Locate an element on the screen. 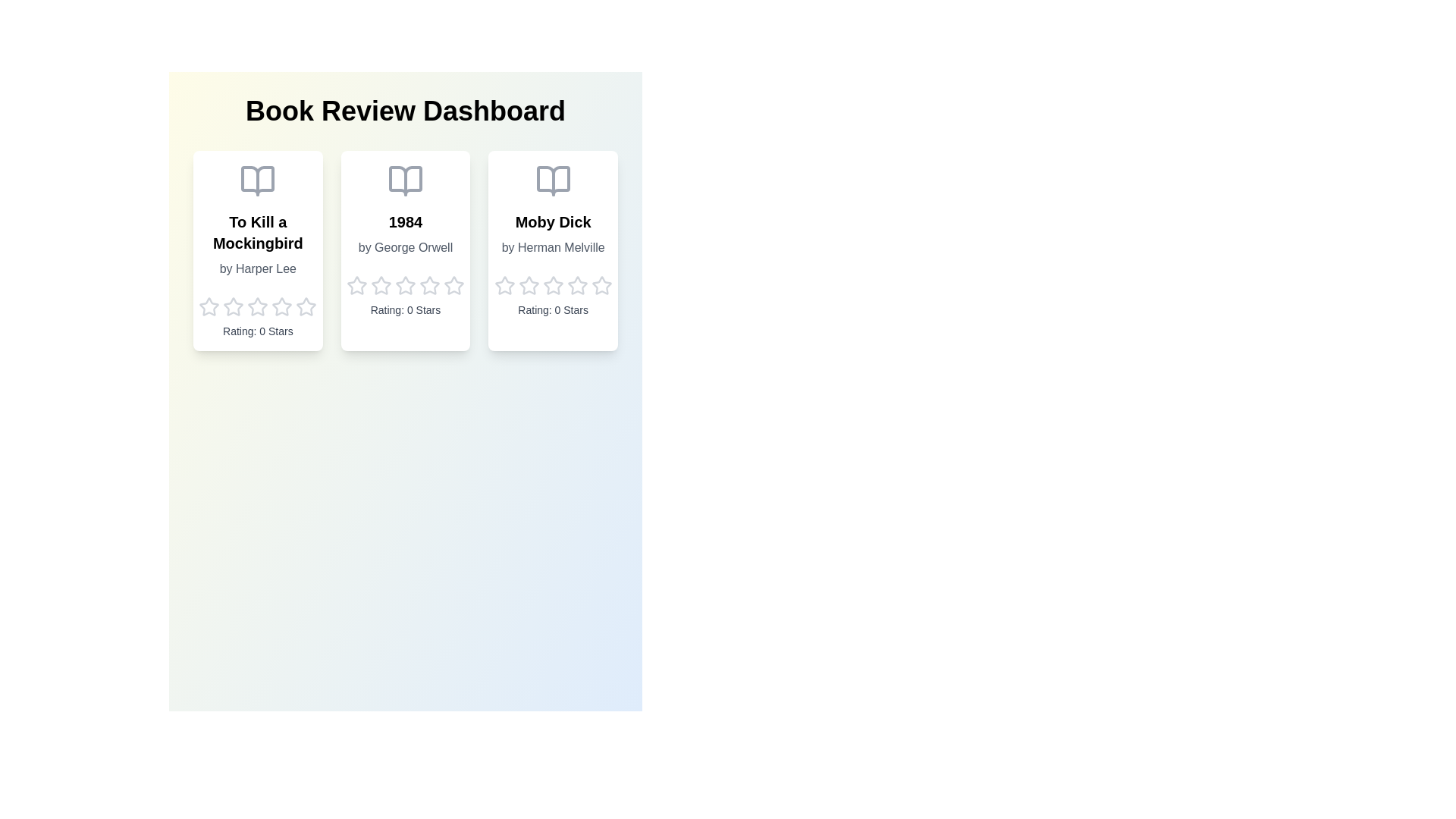 Image resolution: width=1456 pixels, height=819 pixels. the star icon corresponding to the rating 2 for the book 3 is located at coordinates (528, 286).